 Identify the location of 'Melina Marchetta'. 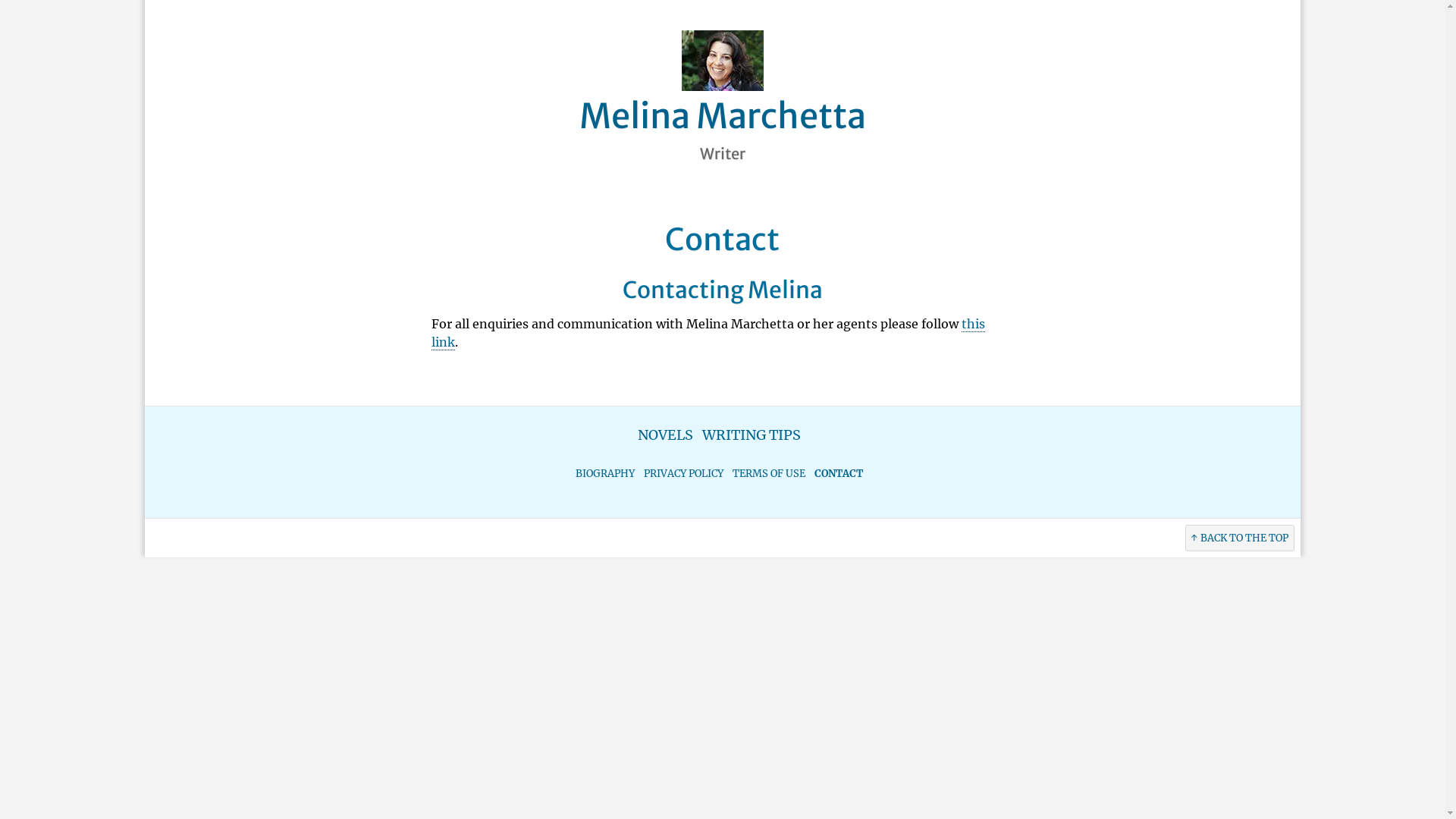
(722, 115).